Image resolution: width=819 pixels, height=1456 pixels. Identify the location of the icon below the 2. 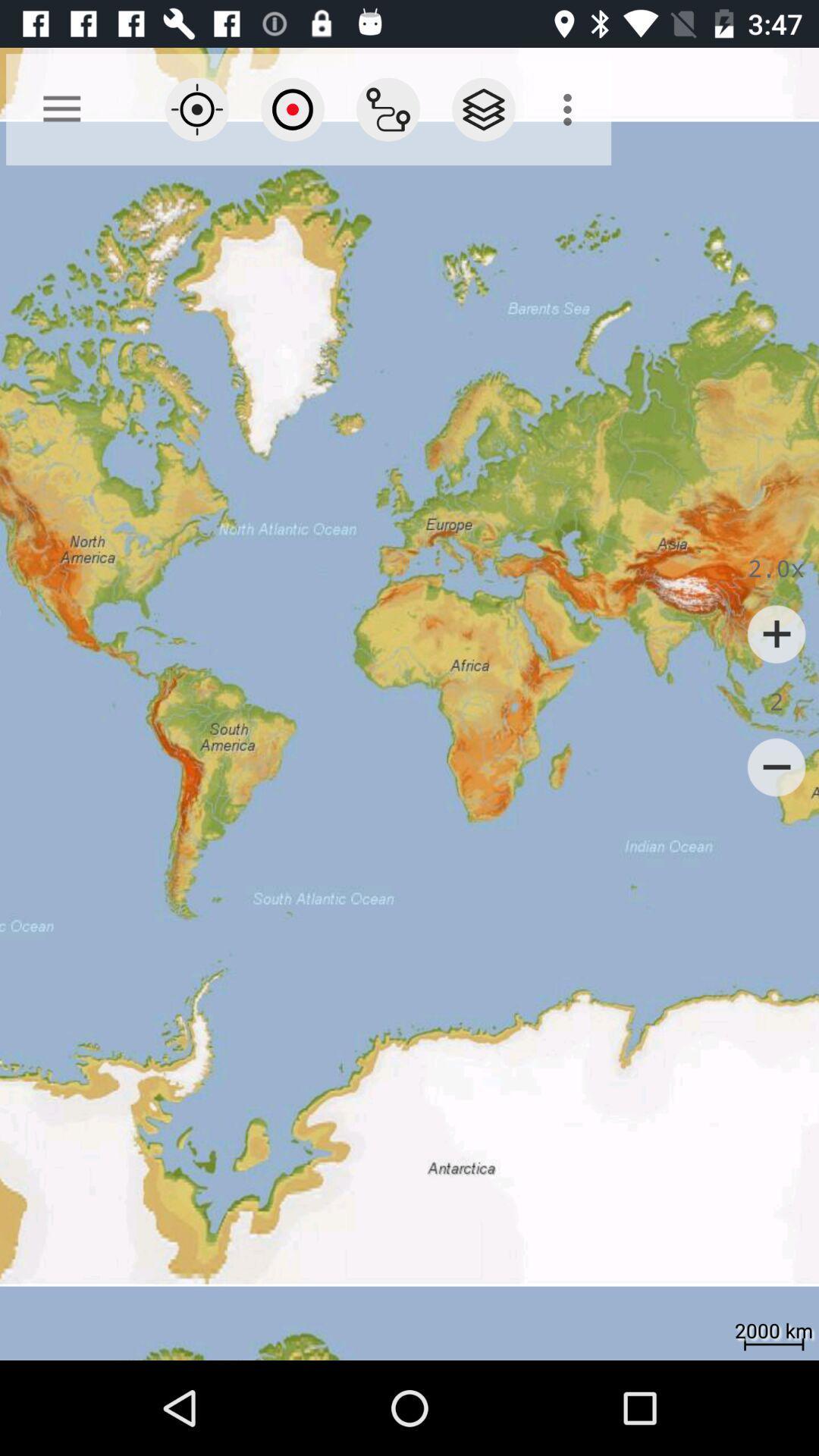
(777, 767).